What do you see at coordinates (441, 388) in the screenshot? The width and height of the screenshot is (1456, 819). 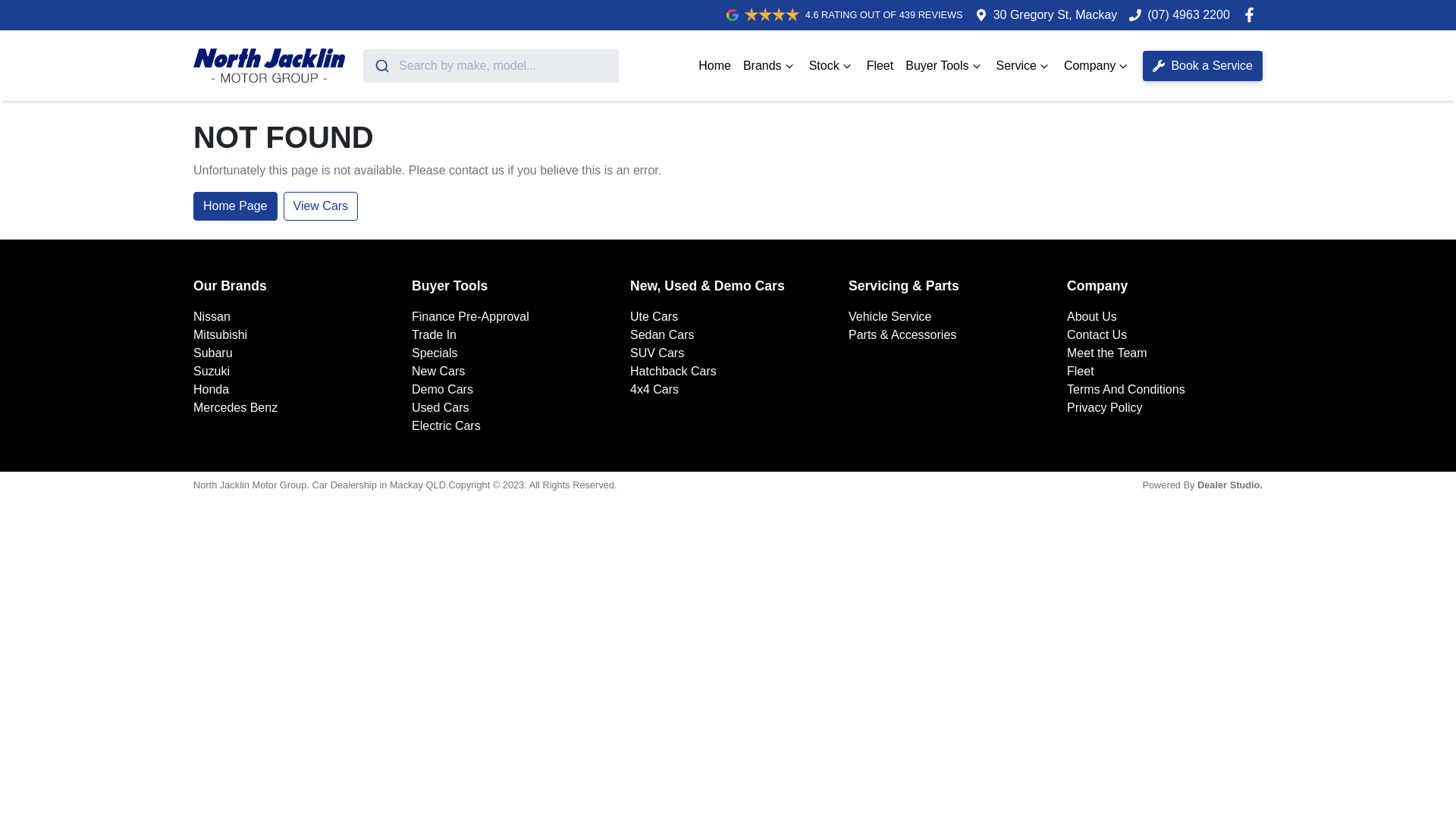 I see `'Demo Cars'` at bounding box center [441, 388].